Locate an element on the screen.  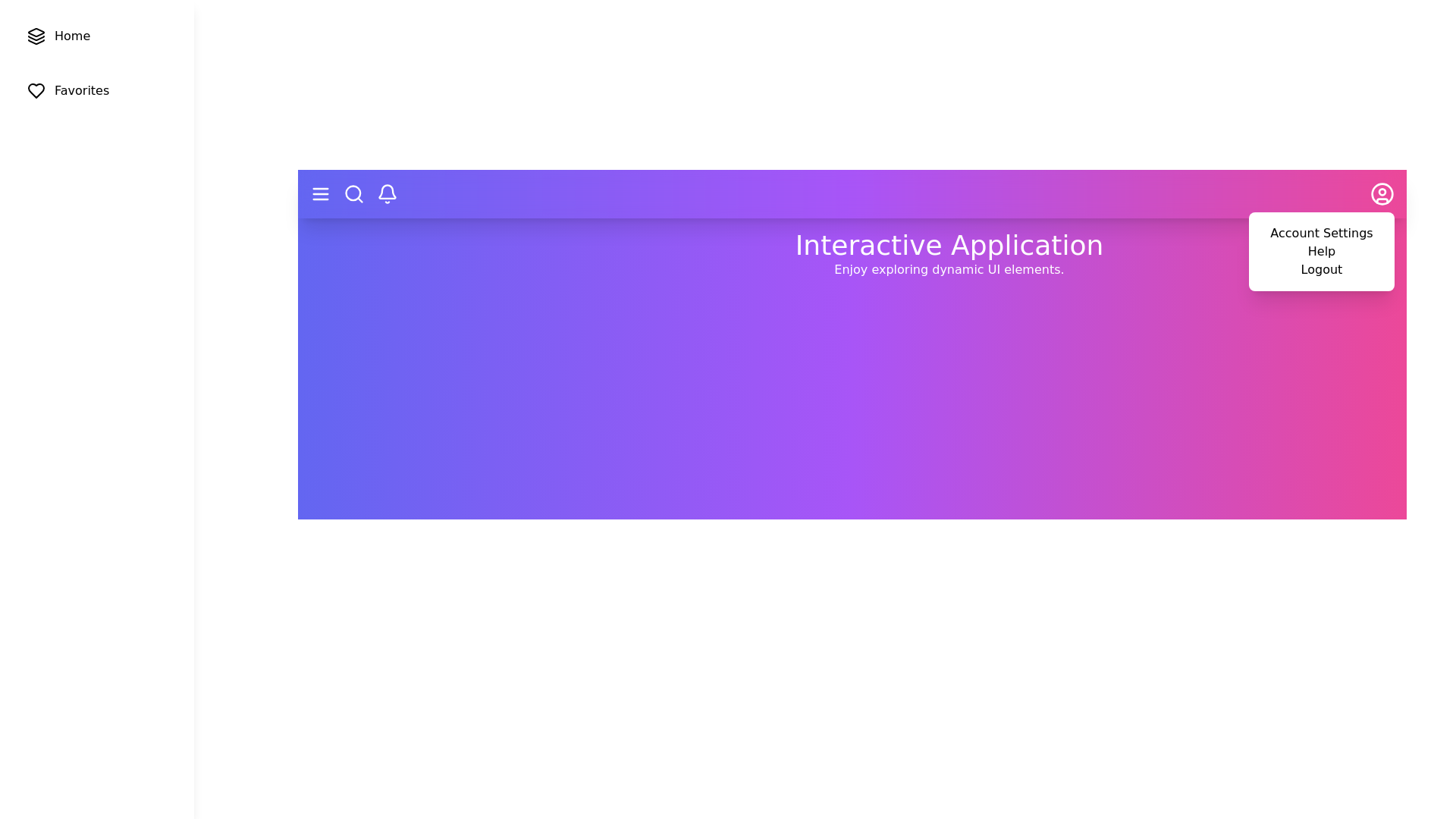
the sidebar option Favorites is located at coordinates (96, 90).